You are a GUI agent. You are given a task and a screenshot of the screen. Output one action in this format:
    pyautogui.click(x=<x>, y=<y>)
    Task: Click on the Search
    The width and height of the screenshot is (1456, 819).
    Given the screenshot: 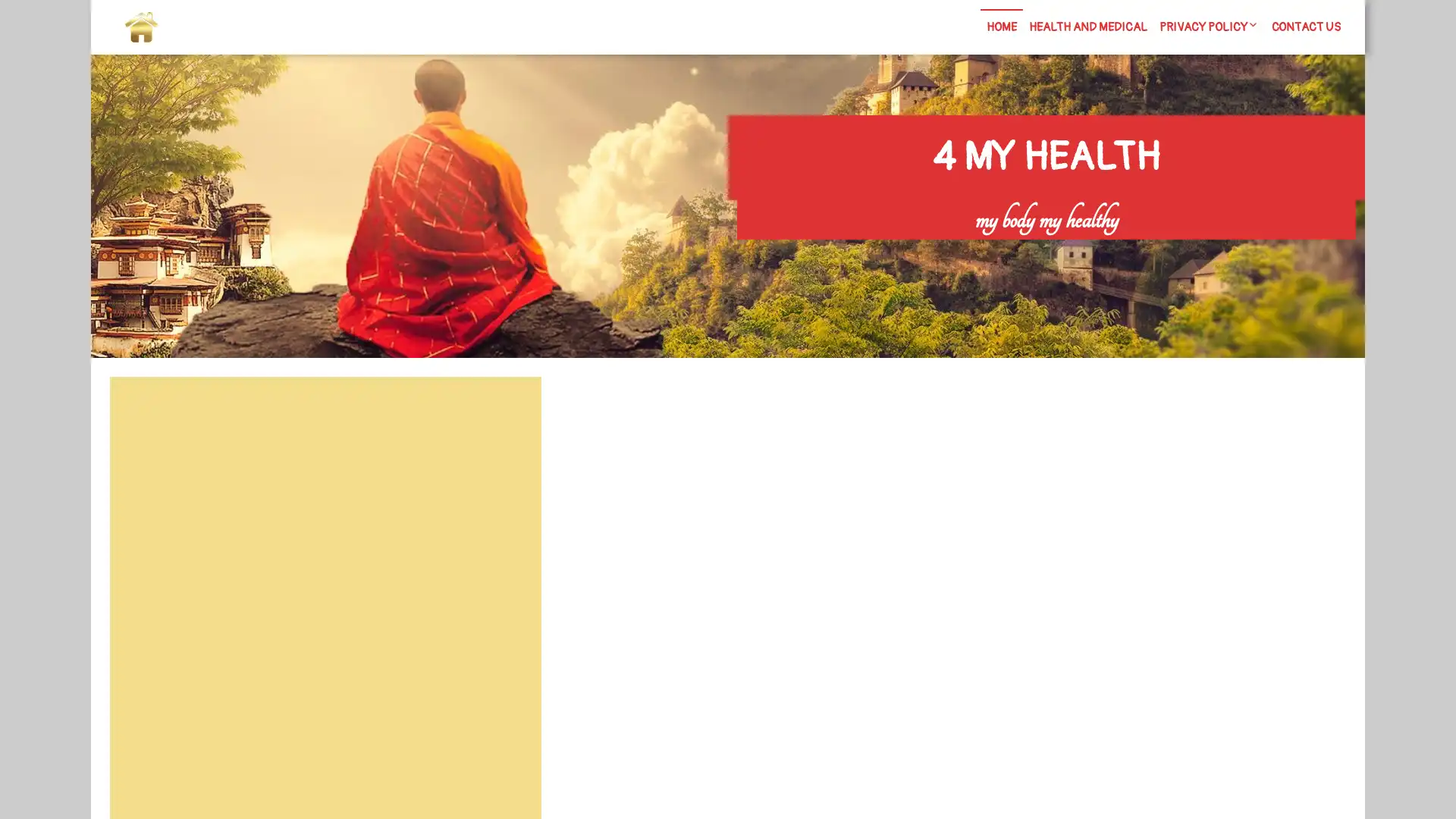 What is the action you would take?
    pyautogui.click(x=1181, y=248)
    